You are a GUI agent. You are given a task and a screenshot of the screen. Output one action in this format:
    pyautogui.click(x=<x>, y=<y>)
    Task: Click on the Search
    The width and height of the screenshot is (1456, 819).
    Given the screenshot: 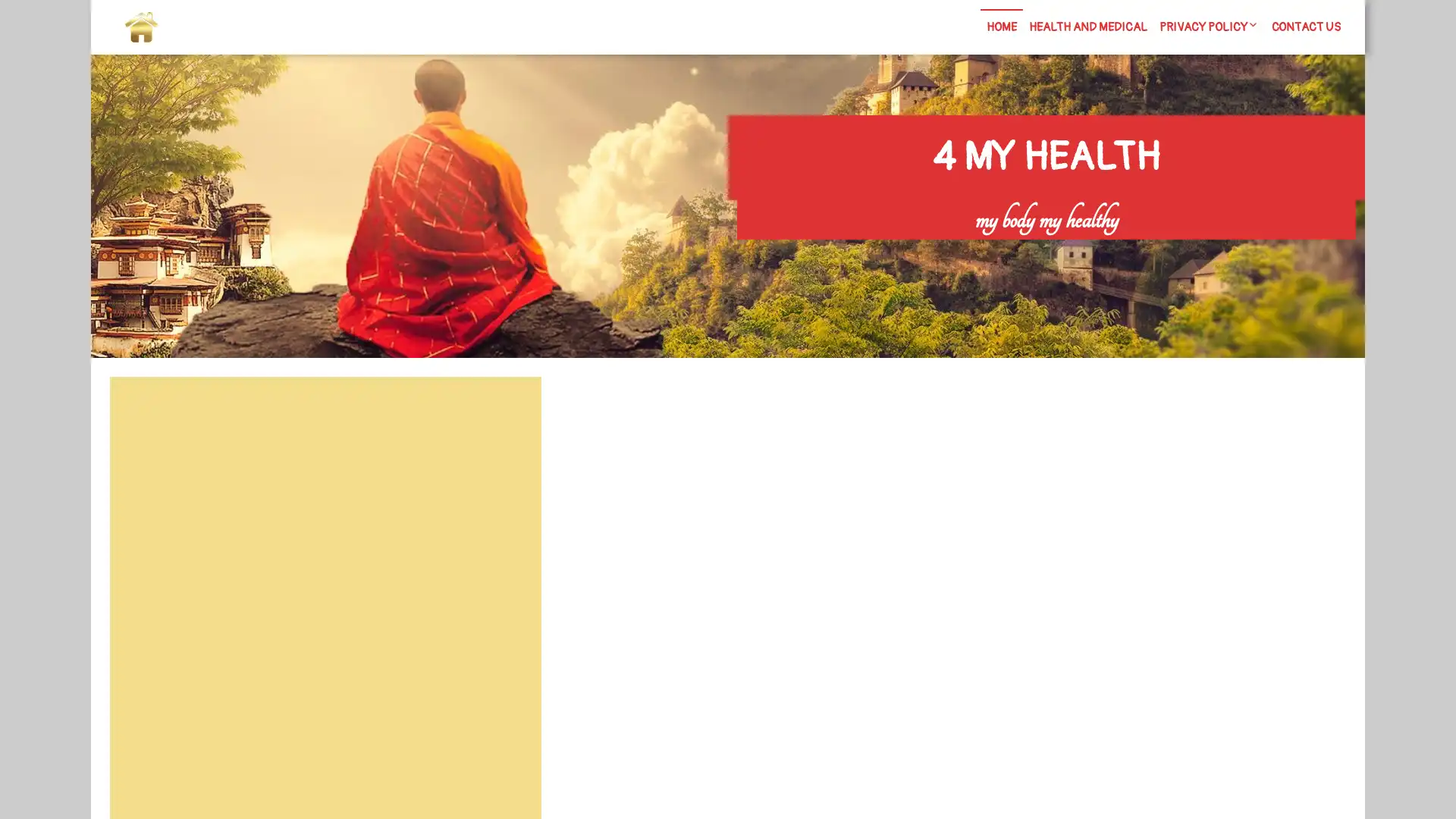 What is the action you would take?
    pyautogui.click(x=1181, y=248)
    